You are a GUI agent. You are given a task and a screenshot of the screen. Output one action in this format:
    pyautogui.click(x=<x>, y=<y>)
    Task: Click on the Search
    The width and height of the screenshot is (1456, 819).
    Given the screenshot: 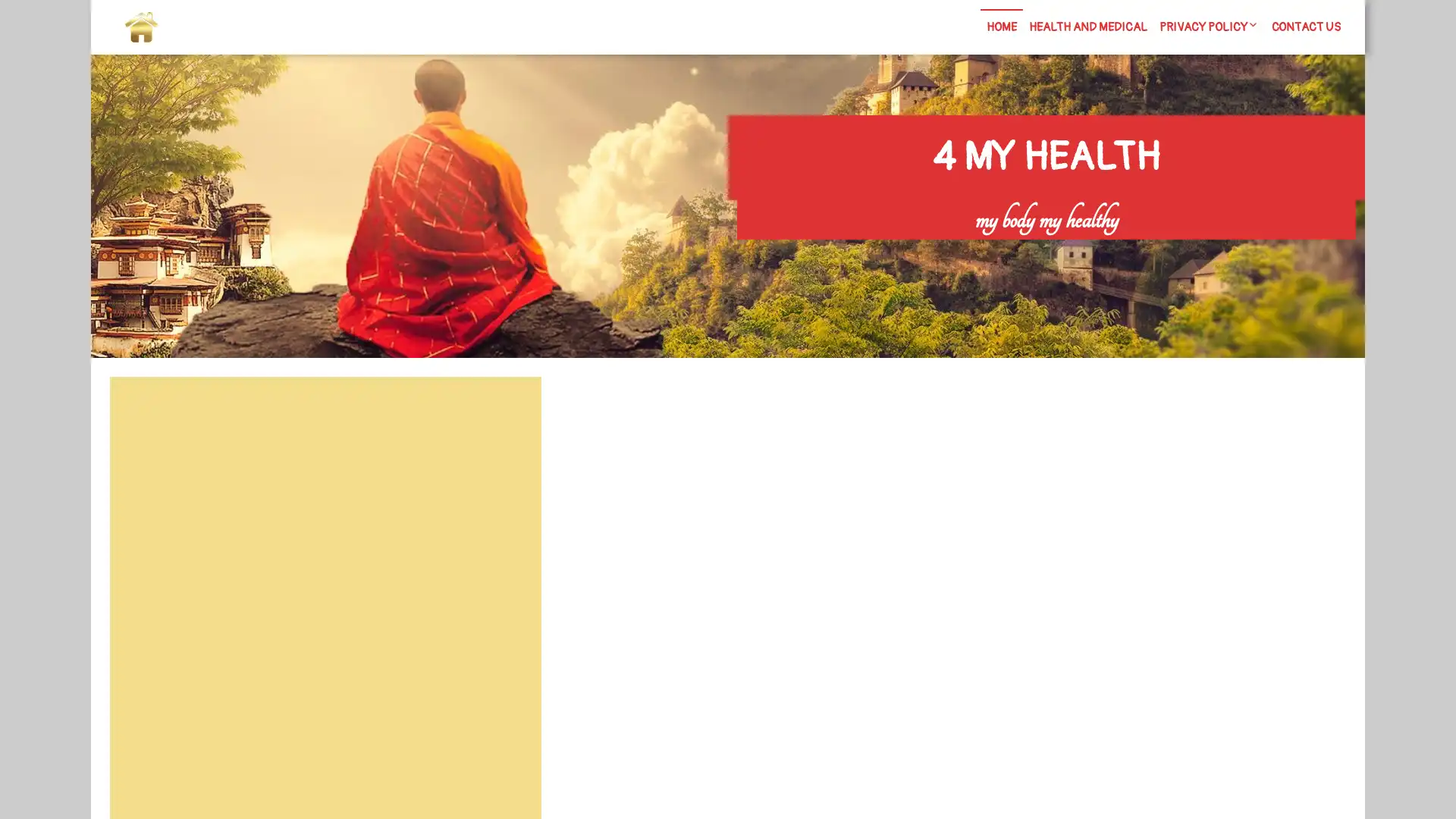 What is the action you would take?
    pyautogui.click(x=1181, y=248)
    